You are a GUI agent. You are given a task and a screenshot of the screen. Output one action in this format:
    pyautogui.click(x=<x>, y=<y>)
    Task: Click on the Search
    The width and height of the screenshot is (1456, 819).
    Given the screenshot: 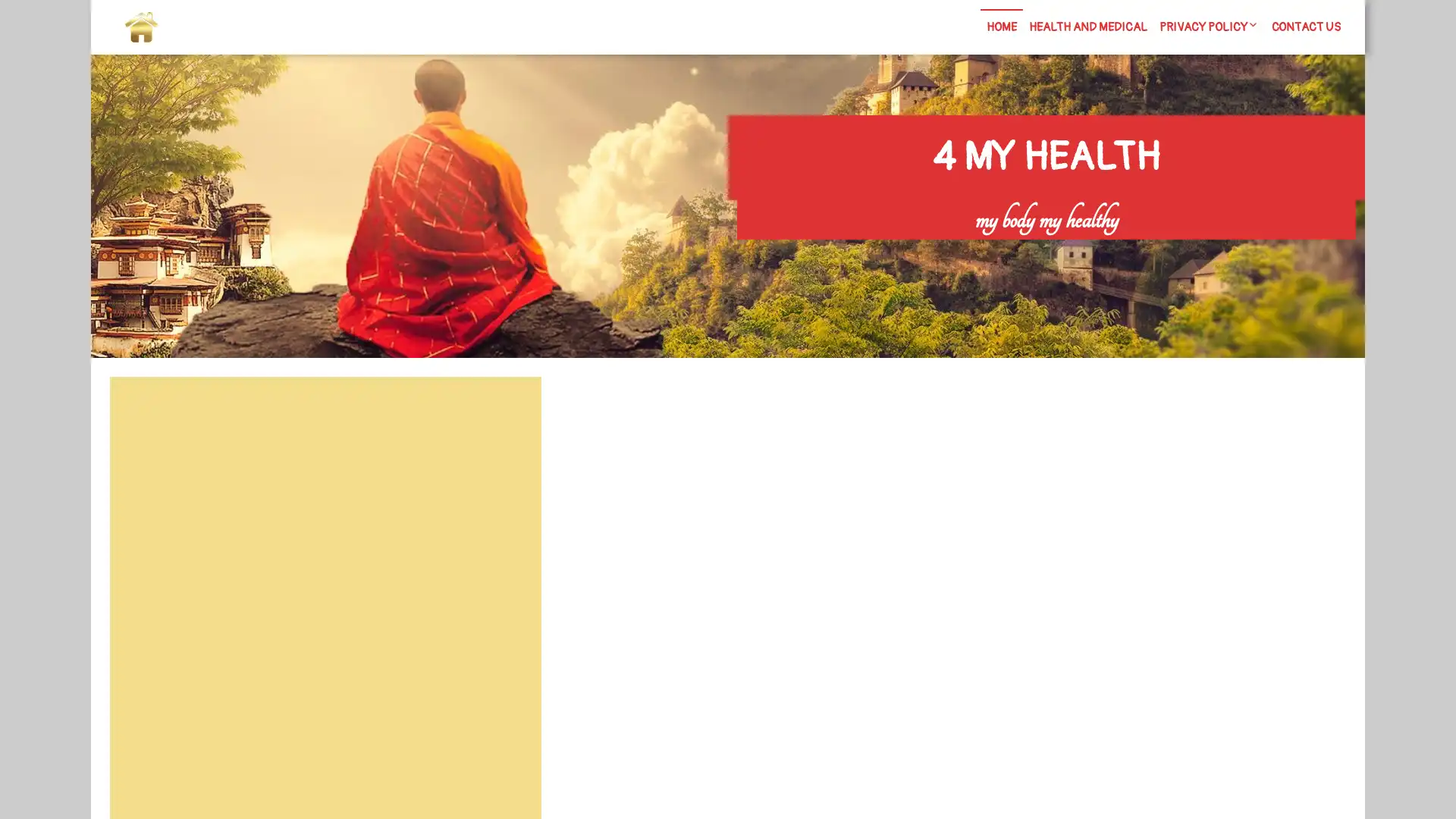 What is the action you would take?
    pyautogui.click(x=1181, y=248)
    